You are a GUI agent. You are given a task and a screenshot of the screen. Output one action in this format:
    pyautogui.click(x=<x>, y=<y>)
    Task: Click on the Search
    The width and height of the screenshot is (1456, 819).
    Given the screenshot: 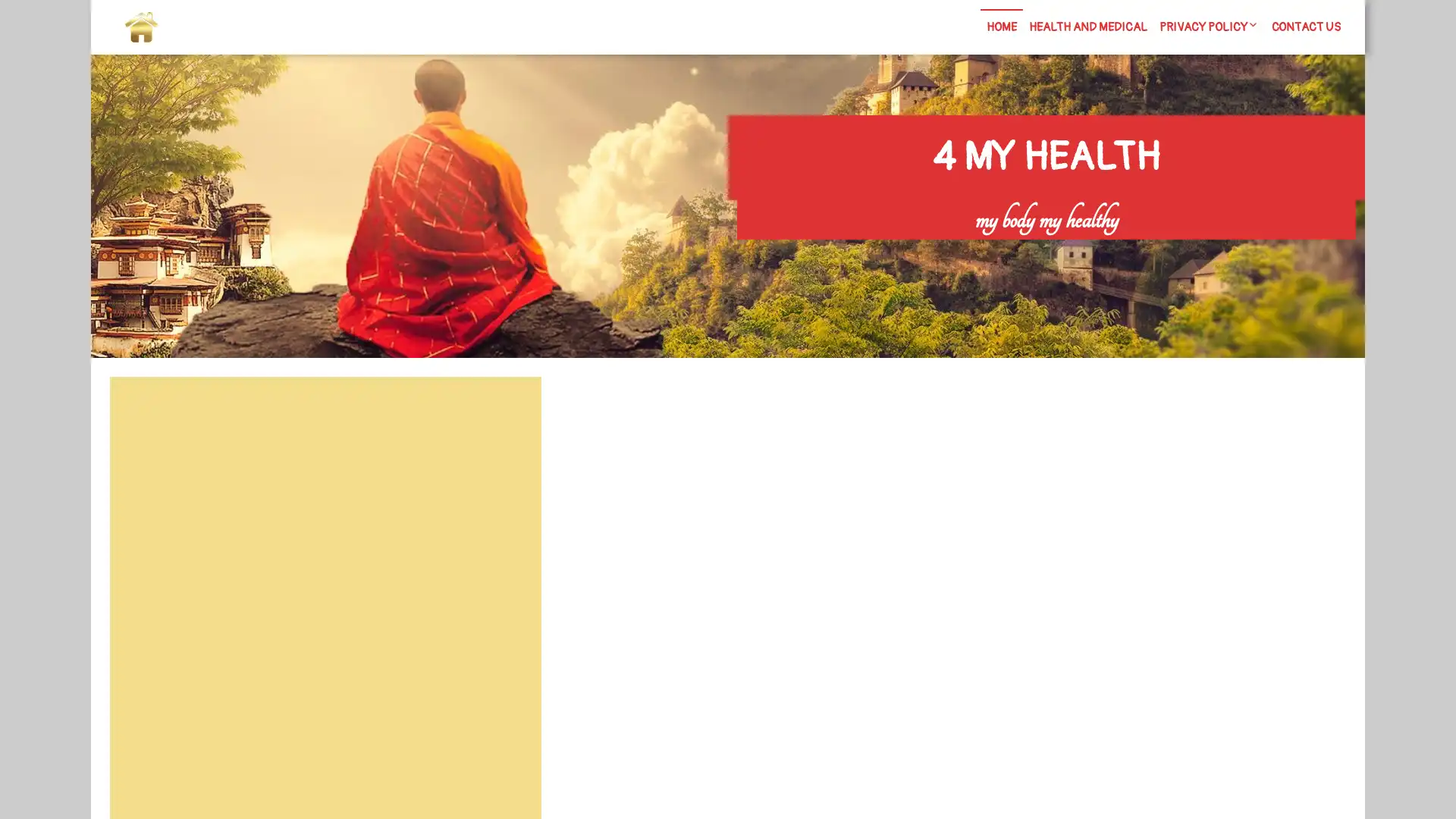 What is the action you would take?
    pyautogui.click(x=1181, y=248)
    